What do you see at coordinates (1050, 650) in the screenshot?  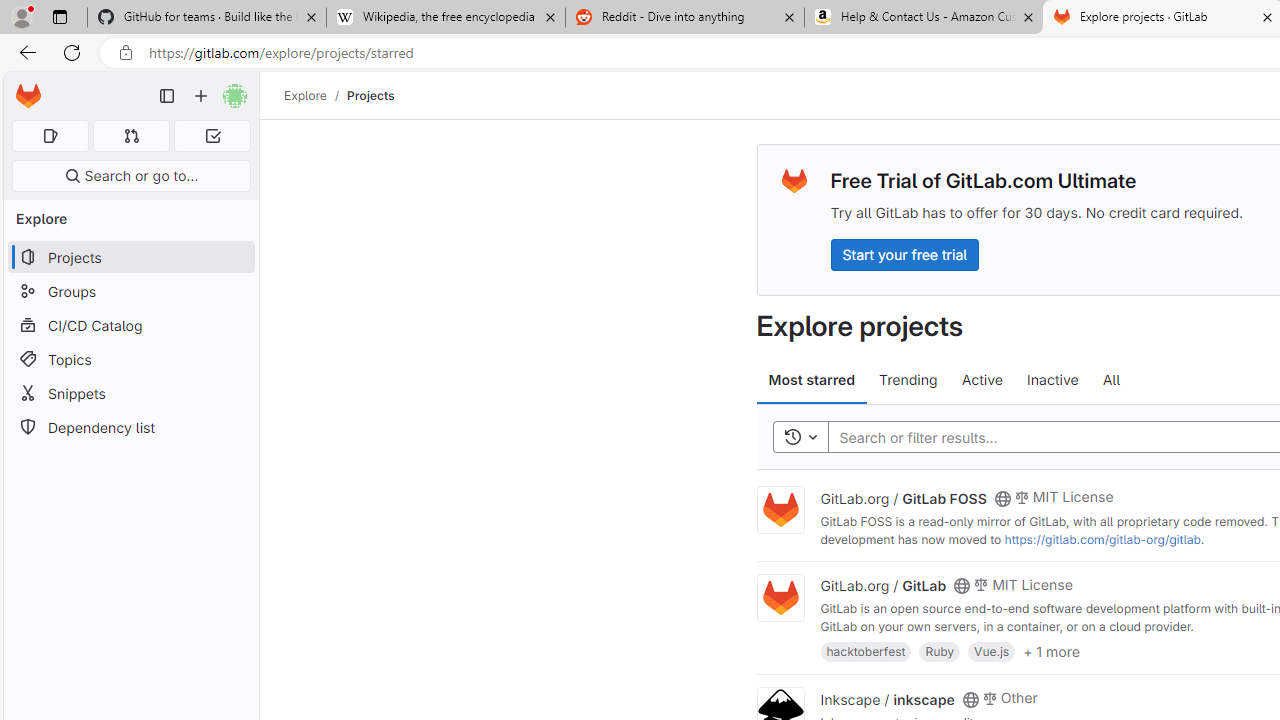 I see `'+ 1 more'` at bounding box center [1050, 650].